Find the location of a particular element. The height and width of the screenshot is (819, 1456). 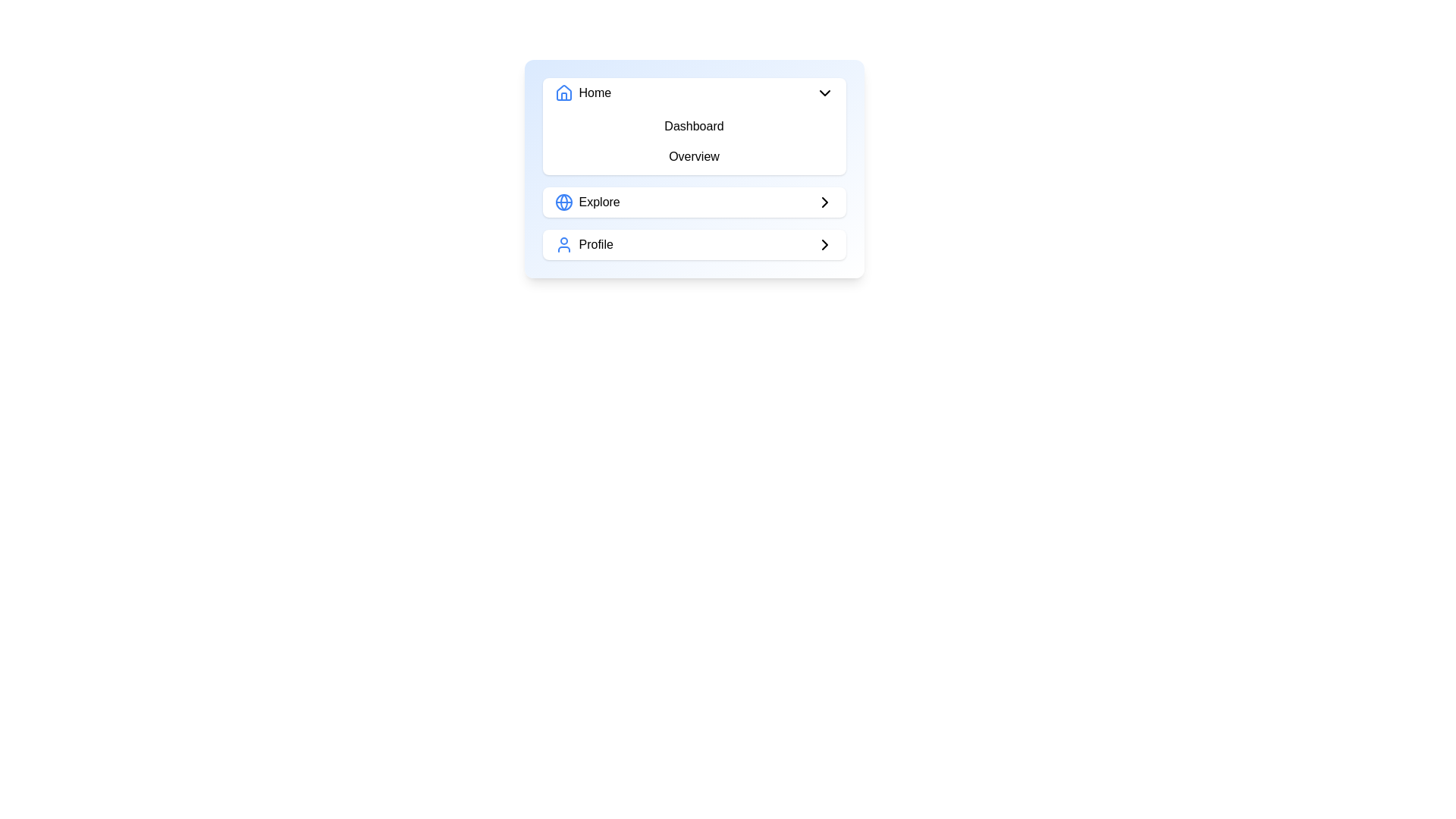

the 'Dashboard' Text Button, which is styled with a light background and rounded corners is located at coordinates (693, 125).